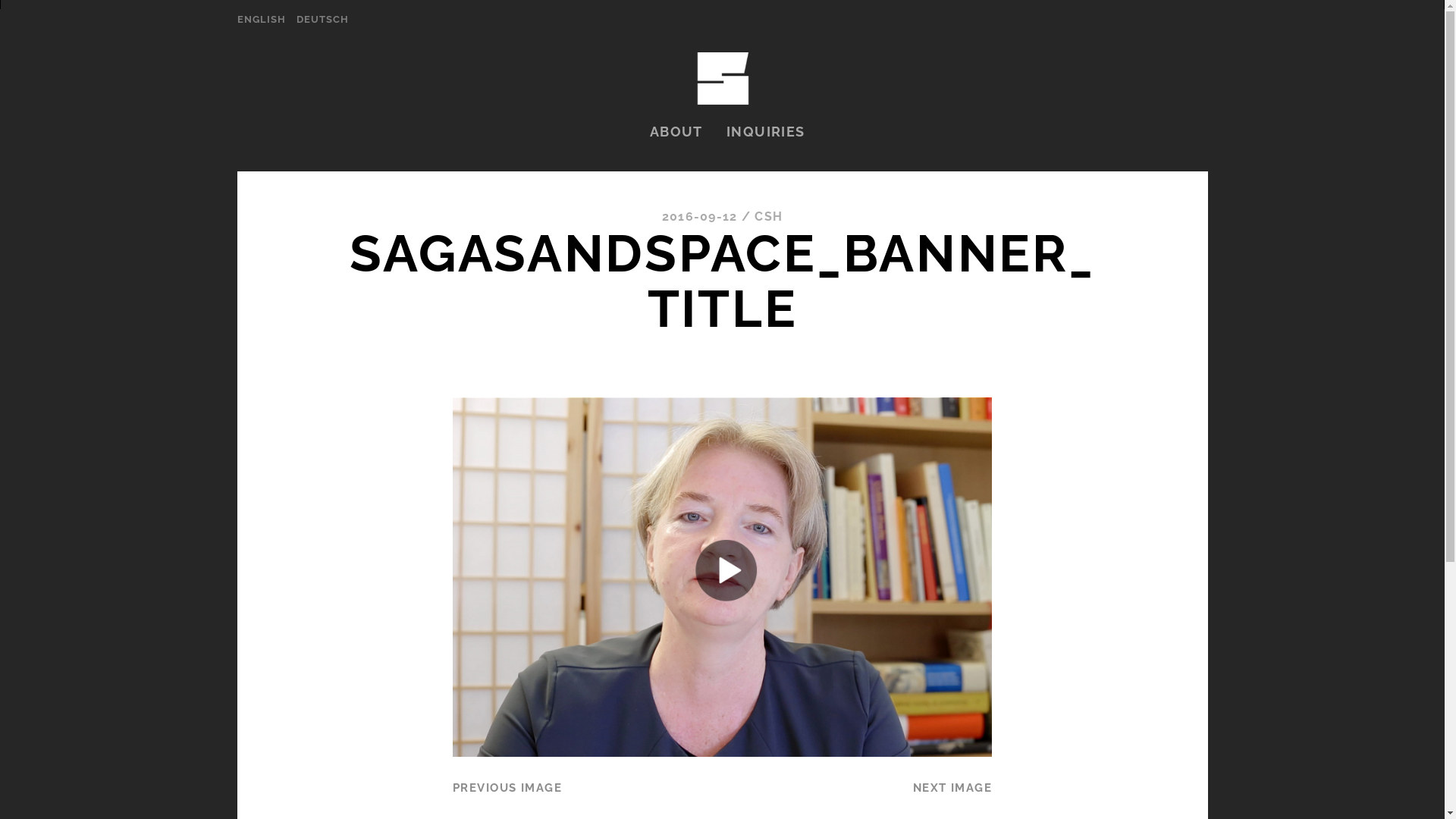 This screenshot has height=819, width=1456. What do you see at coordinates (322, 20) in the screenshot?
I see `'DEUTSCH'` at bounding box center [322, 20].